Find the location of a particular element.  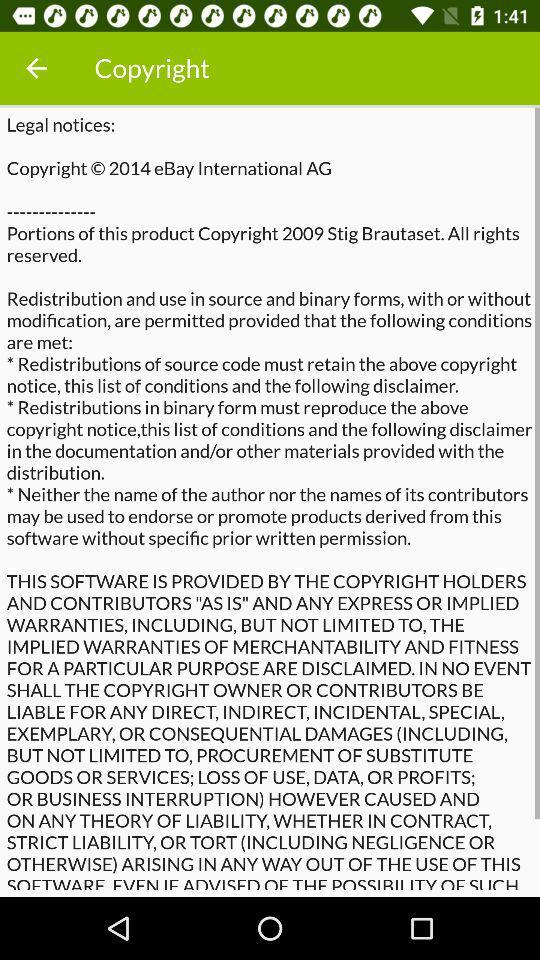

item next to the copyright item is located at coordinates (36, 68).